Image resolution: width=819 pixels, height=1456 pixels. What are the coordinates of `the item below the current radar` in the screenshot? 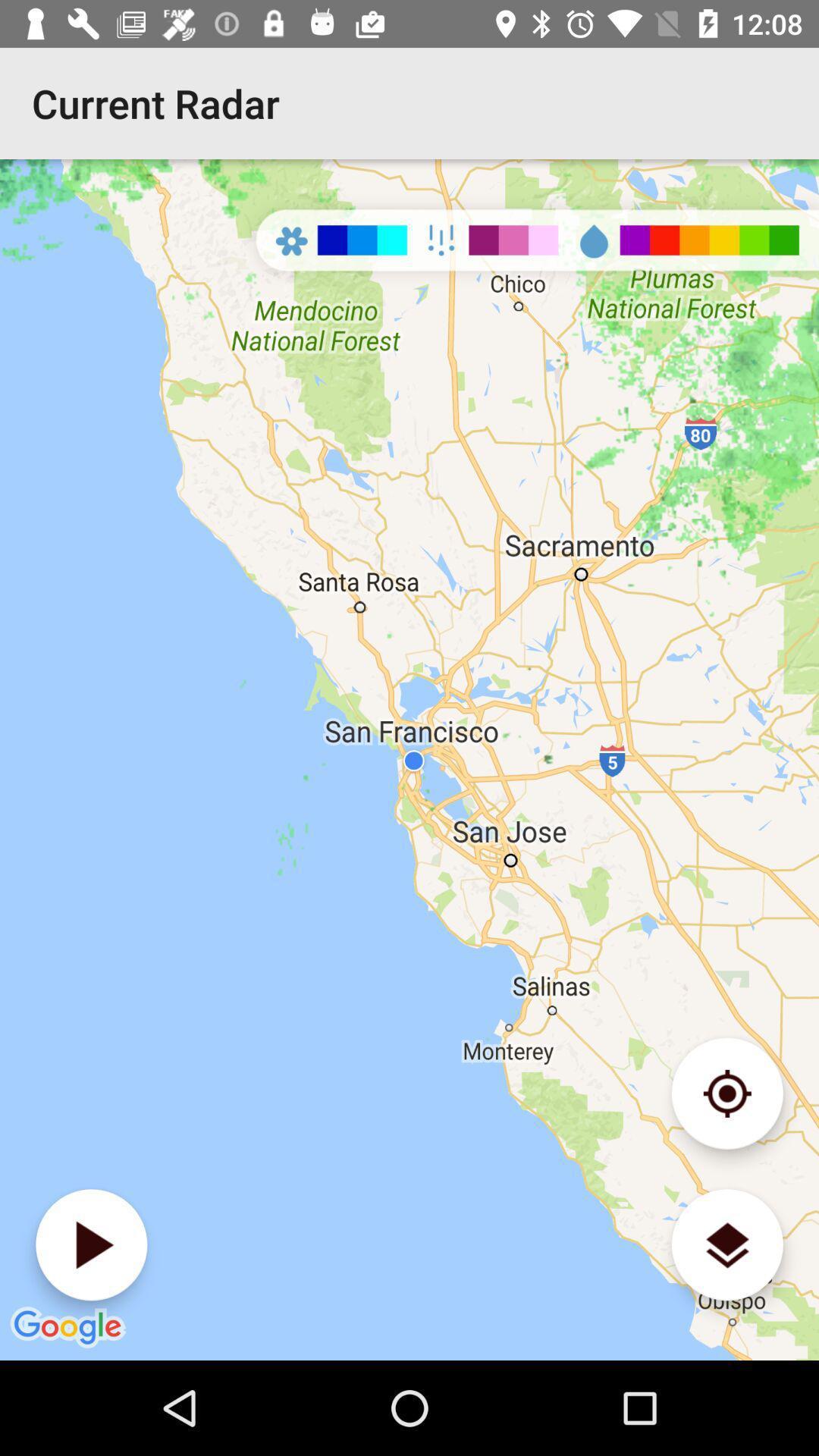 It's located at (91, 1244).